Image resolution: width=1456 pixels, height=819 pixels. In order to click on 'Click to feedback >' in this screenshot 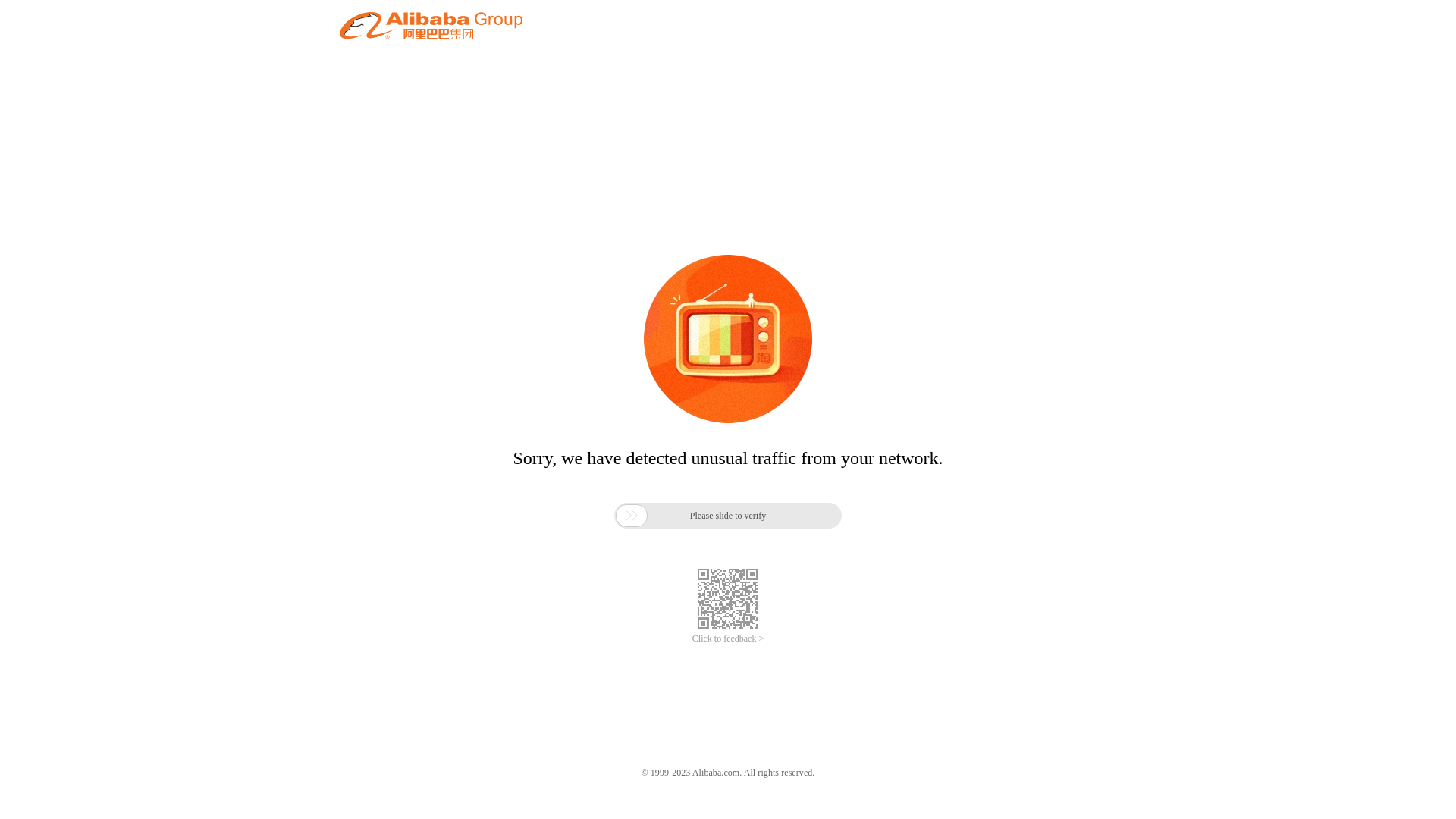, I will do `click(728, 639)`.